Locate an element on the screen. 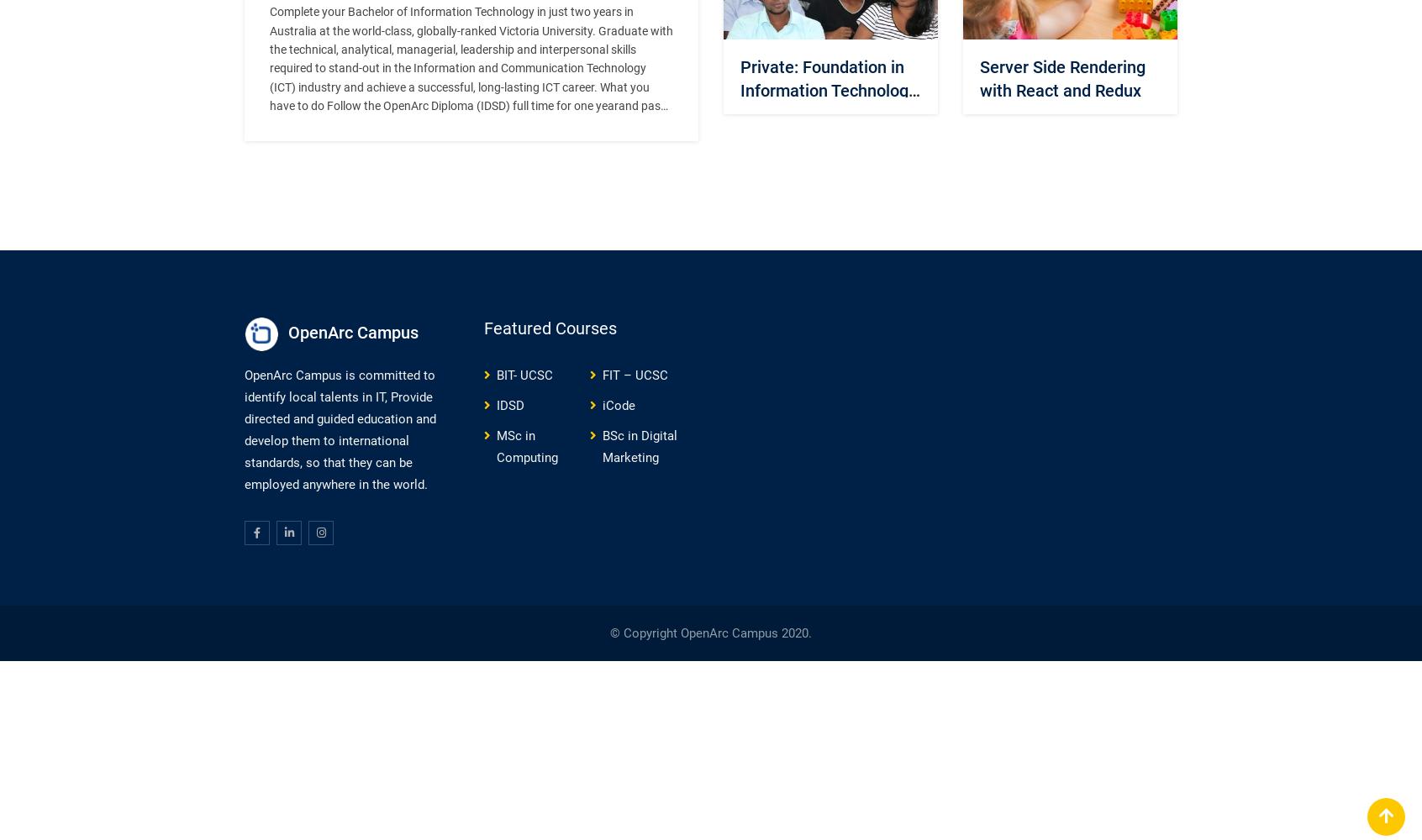 This screenshot has height=840, width=1422. 'FIT – UCSC' is located at coordinates (634, 374).